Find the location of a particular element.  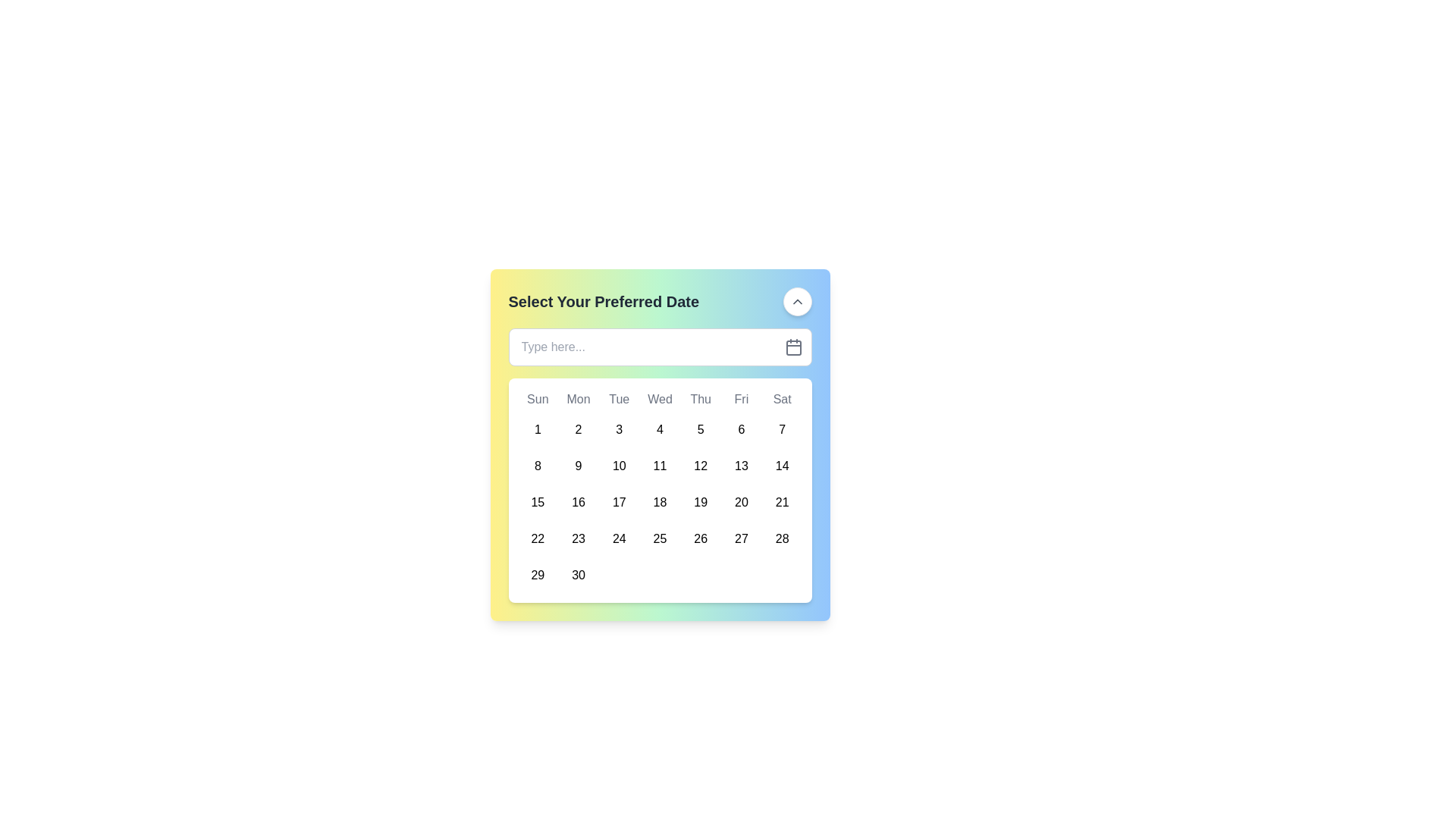

the selectable date option button for Wednesday in the calendar interface to visualize hover effects is located at coordinates (578, 503).